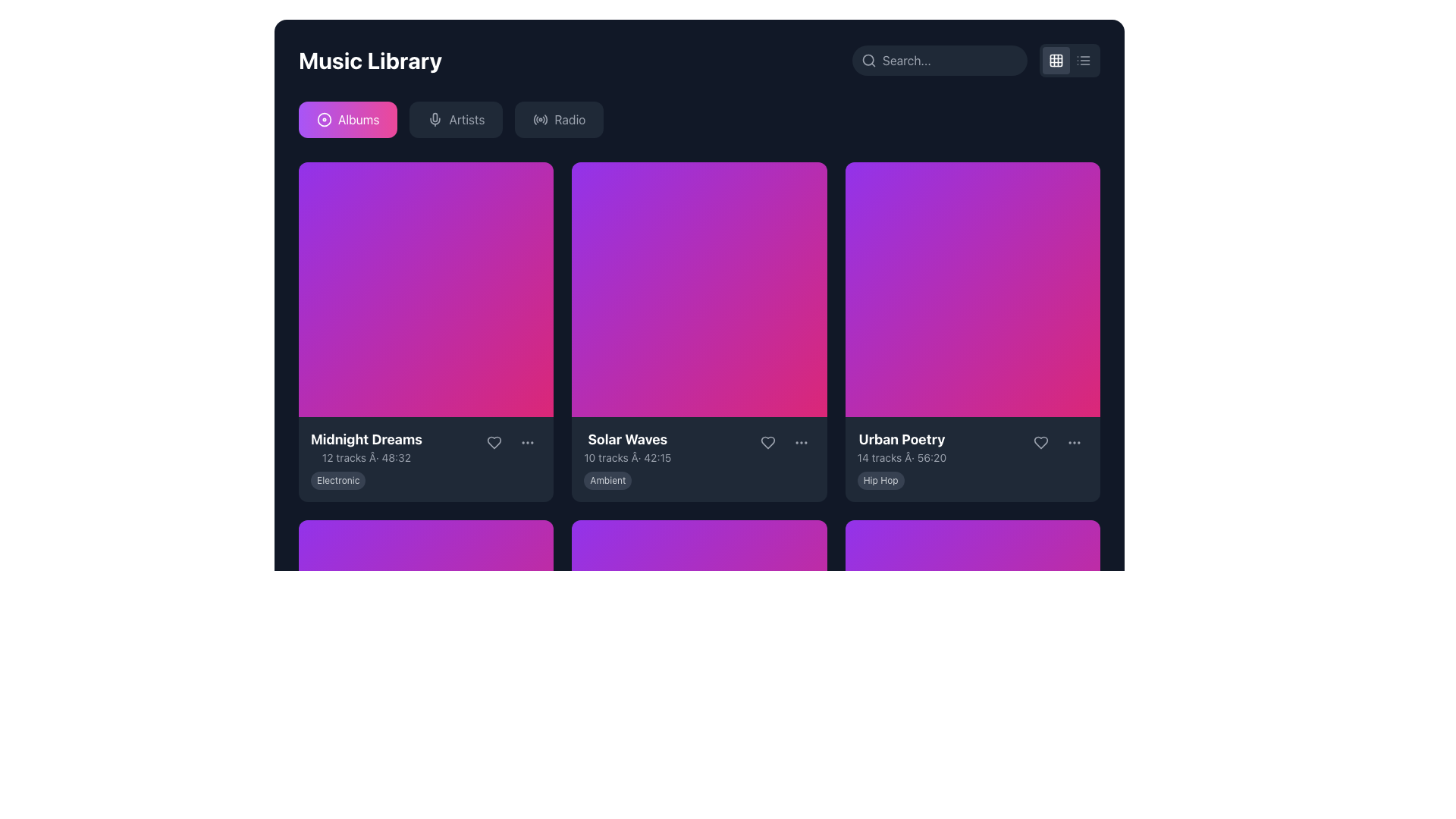 This screenshot has width=1456, height=819. What do you see at coordinates (541, 119) in the screenshot?
I see `the 'Radio' button icon located in the navigation menu at the top center of the interface, which is the third button labeled 'Radio' between 'Artists' and the main content area` at bounding box center [541, 119].